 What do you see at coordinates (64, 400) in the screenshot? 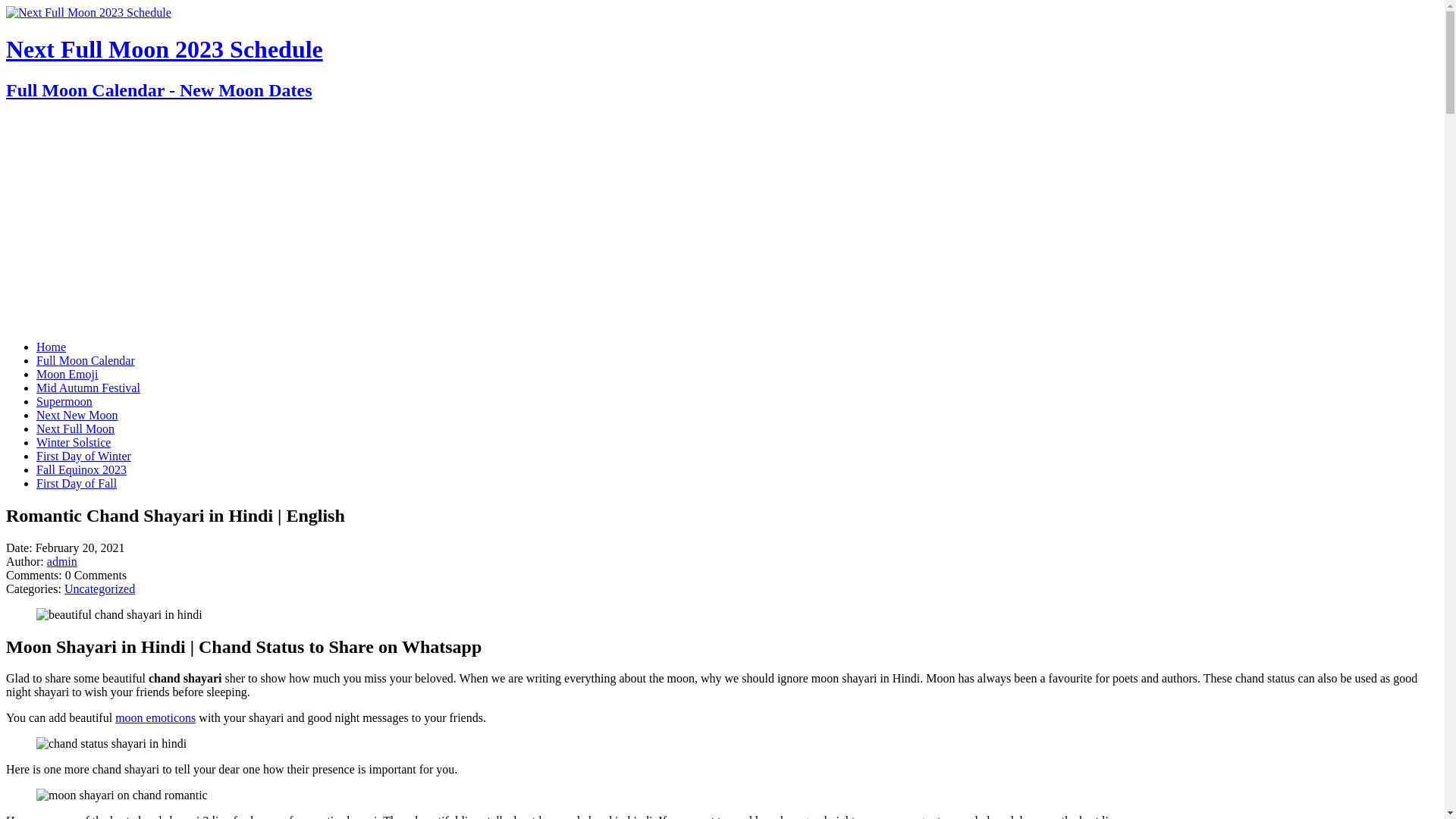
I see `'Supermoon'` at bounding box center [64, 400].